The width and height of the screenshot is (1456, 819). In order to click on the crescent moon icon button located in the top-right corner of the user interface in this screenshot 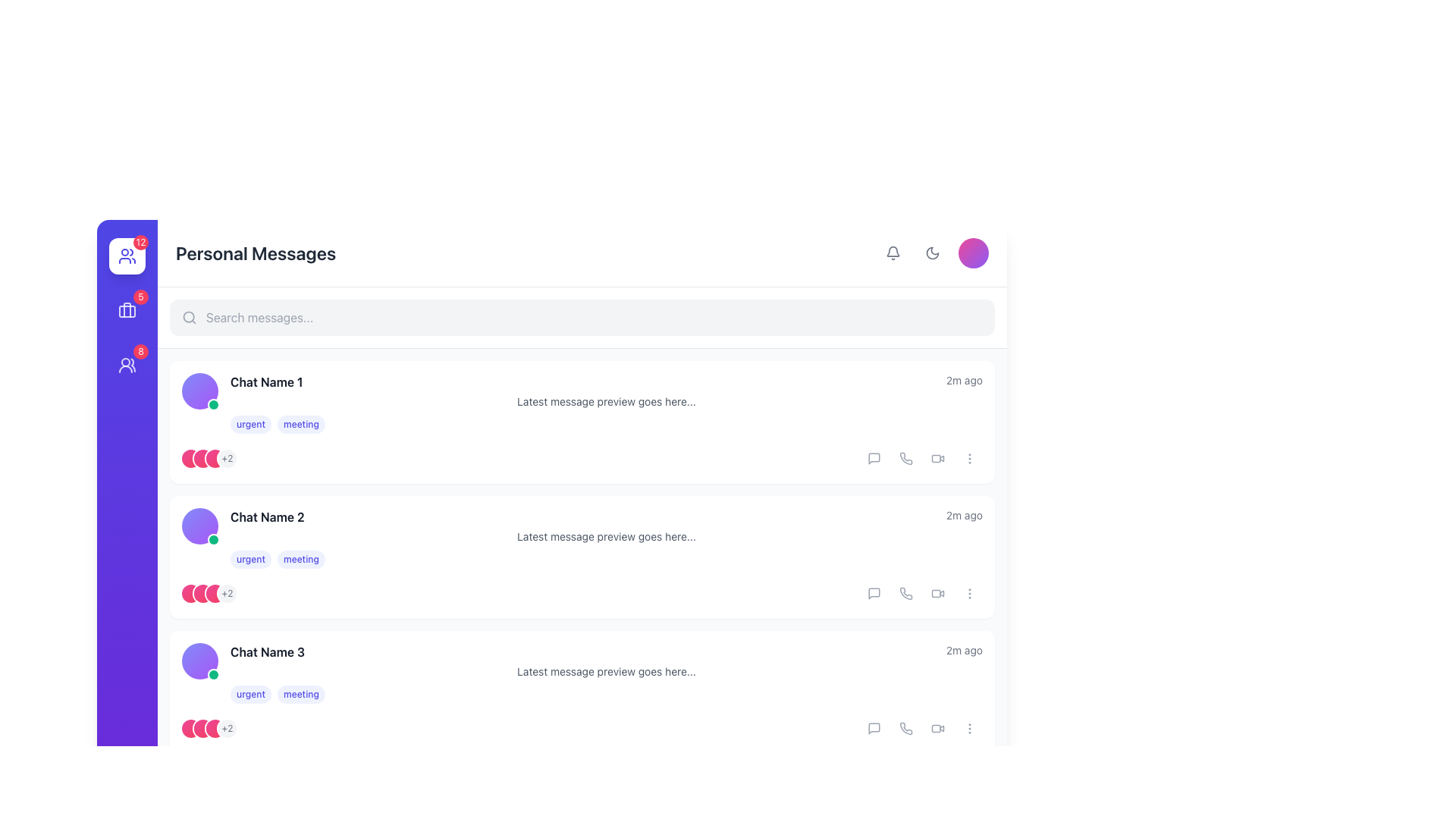, I will do `click(931, 253)`.